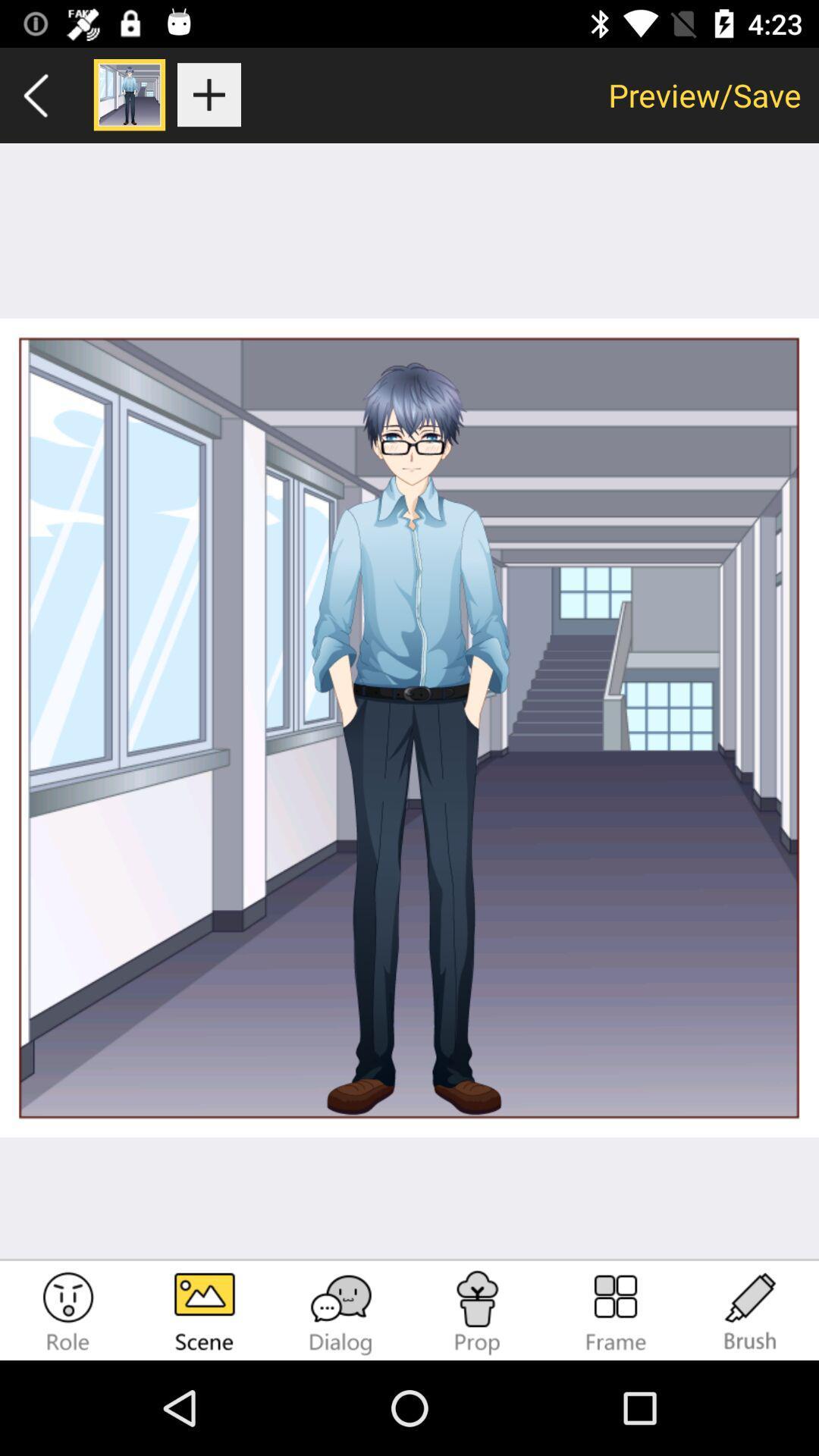 This screenshot has width=819, height=1456. What do you see at coordinates (614, 1312) in the screenshot?
I see `the date_range icon` at bounding box center [614, 1312].